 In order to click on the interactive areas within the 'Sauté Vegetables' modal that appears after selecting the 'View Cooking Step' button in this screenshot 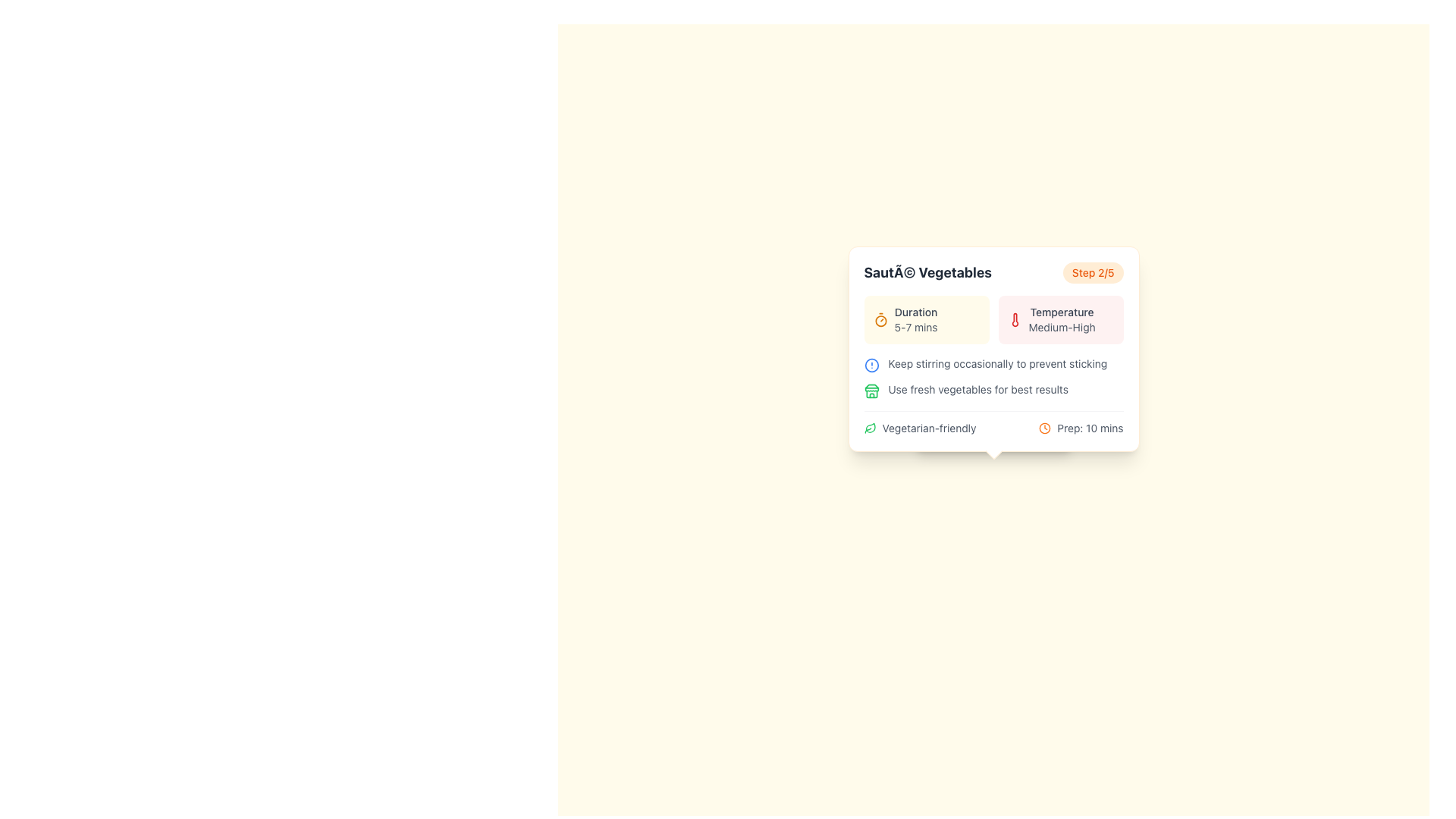, I will do `click(993, 349)`.